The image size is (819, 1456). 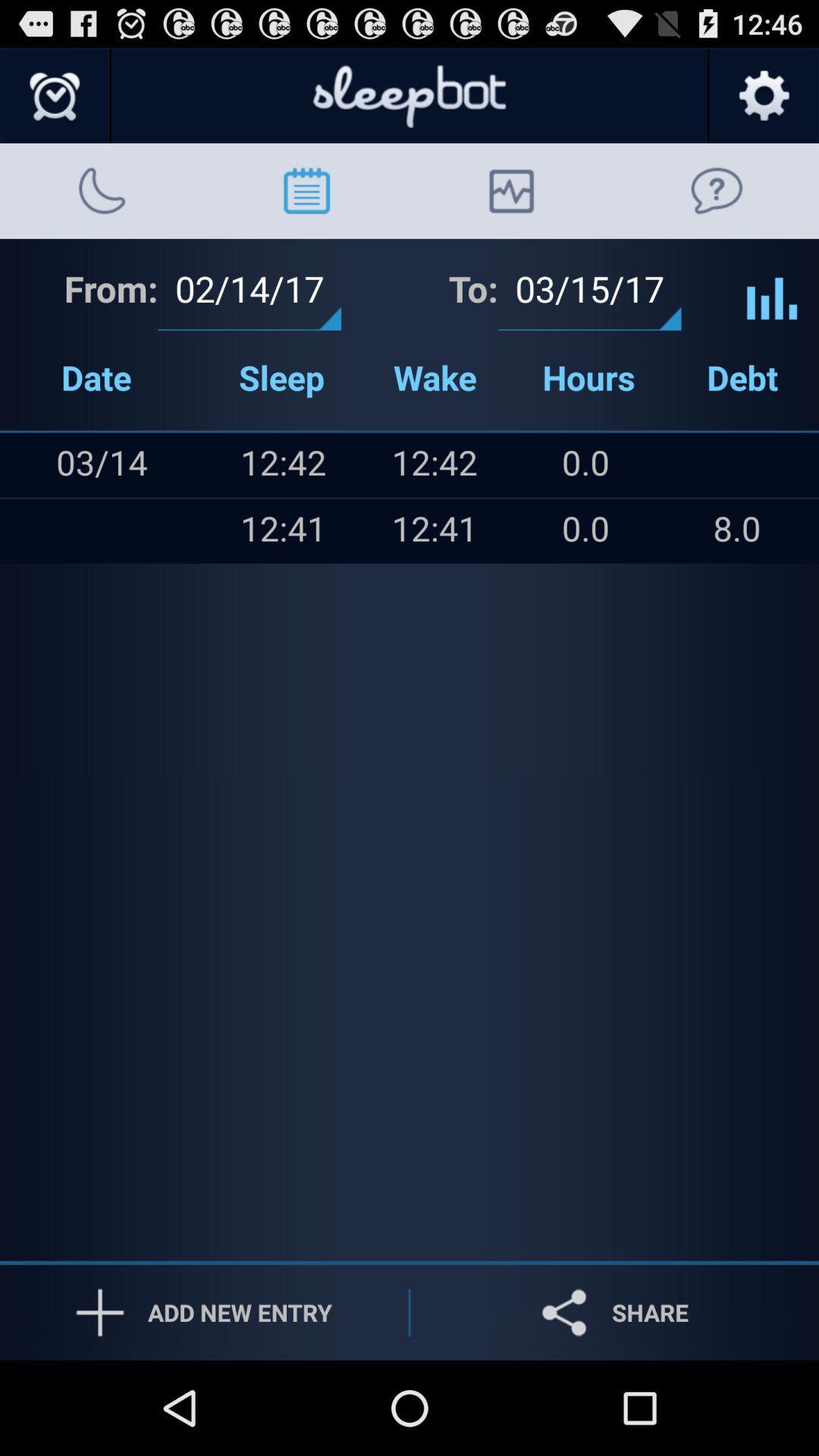 What do you see at coordinates (763, 102) in the screenshot?
I see `the settings icon` at bounding box center [763, 102].